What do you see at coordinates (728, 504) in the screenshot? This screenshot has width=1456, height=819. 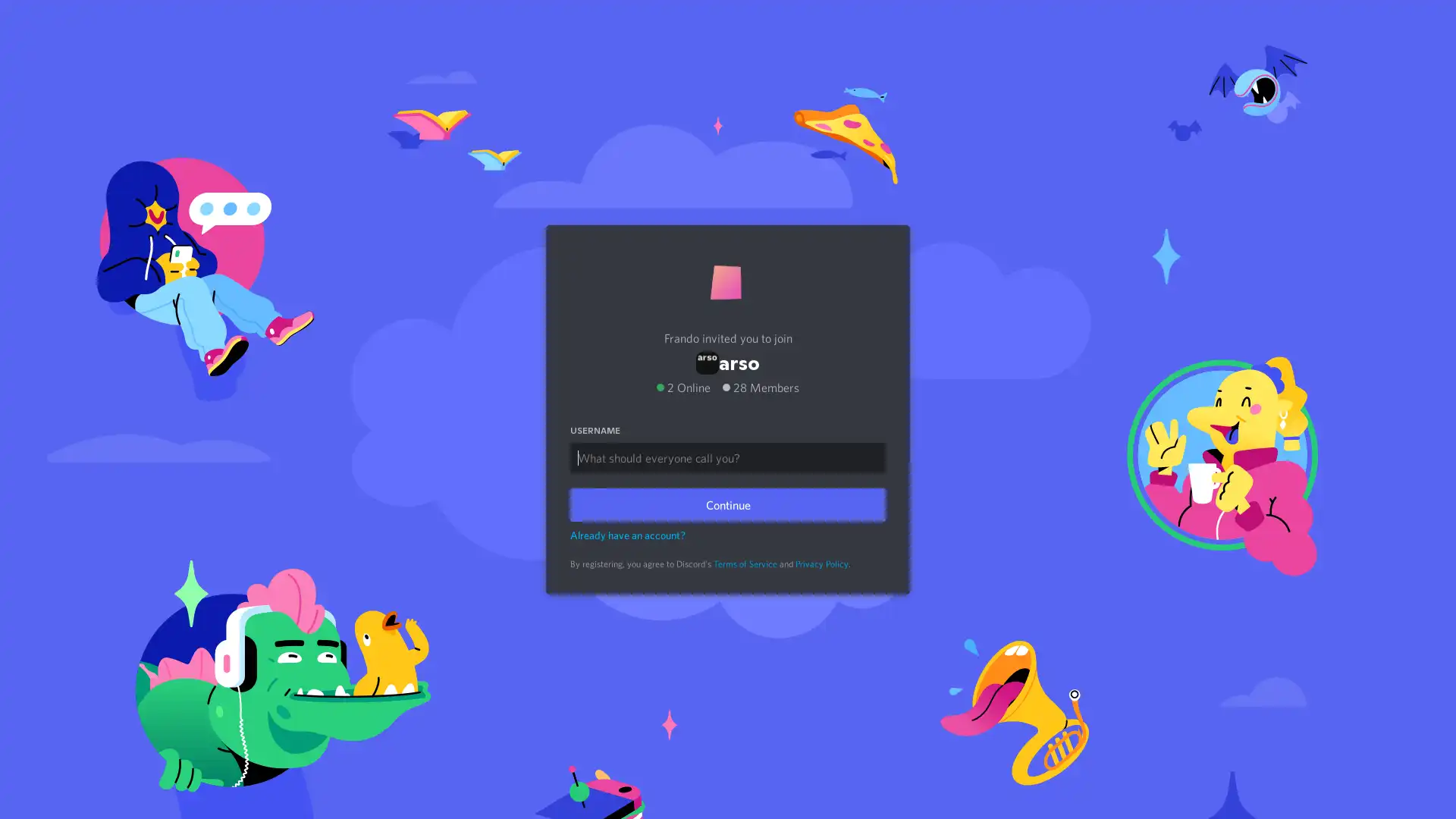 I see `Continue` at bounding box center [728, 504].